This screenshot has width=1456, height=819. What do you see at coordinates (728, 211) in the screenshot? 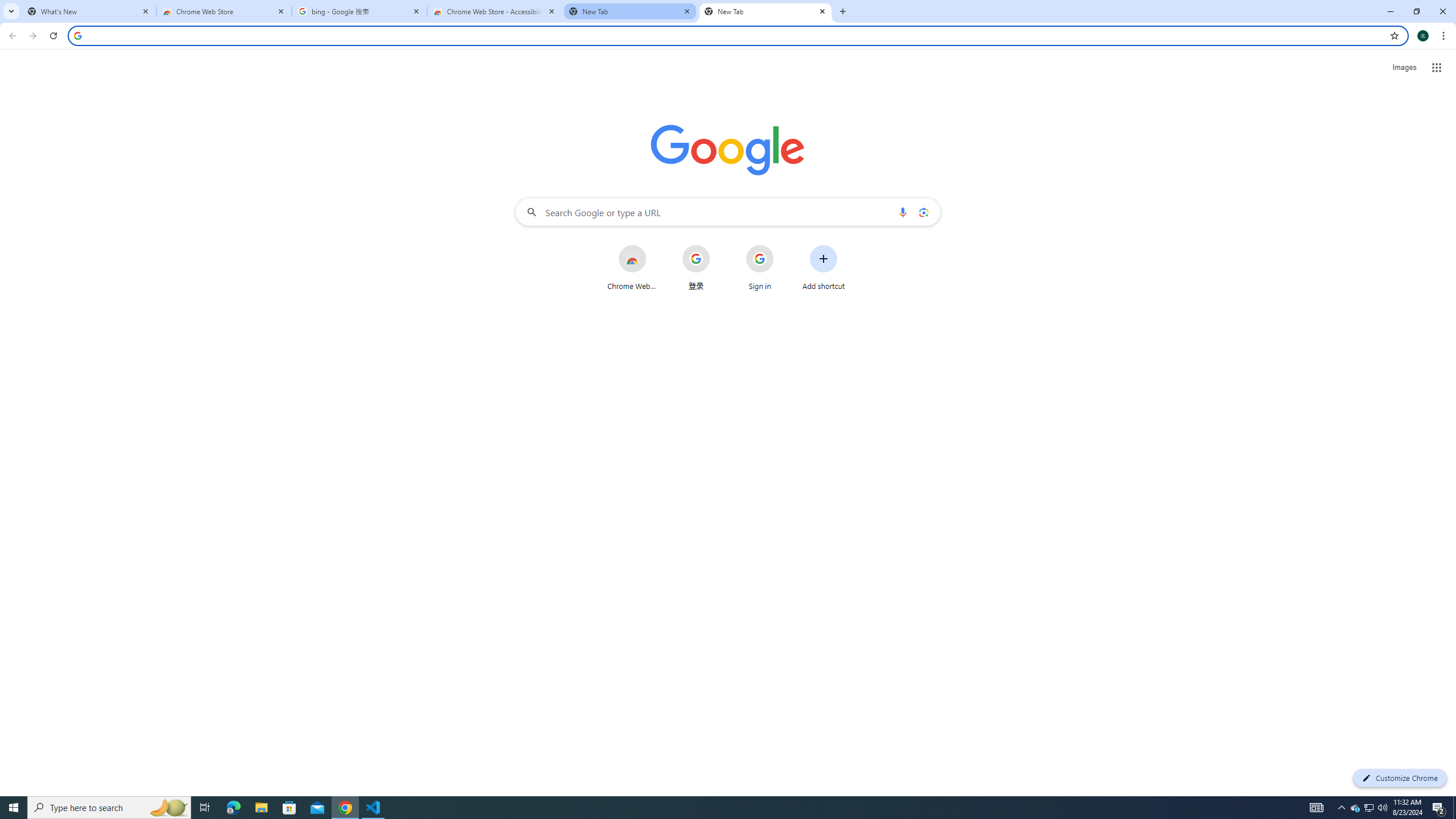
I see `'Search Google or type a URL'` at bounding box center [728, 211].